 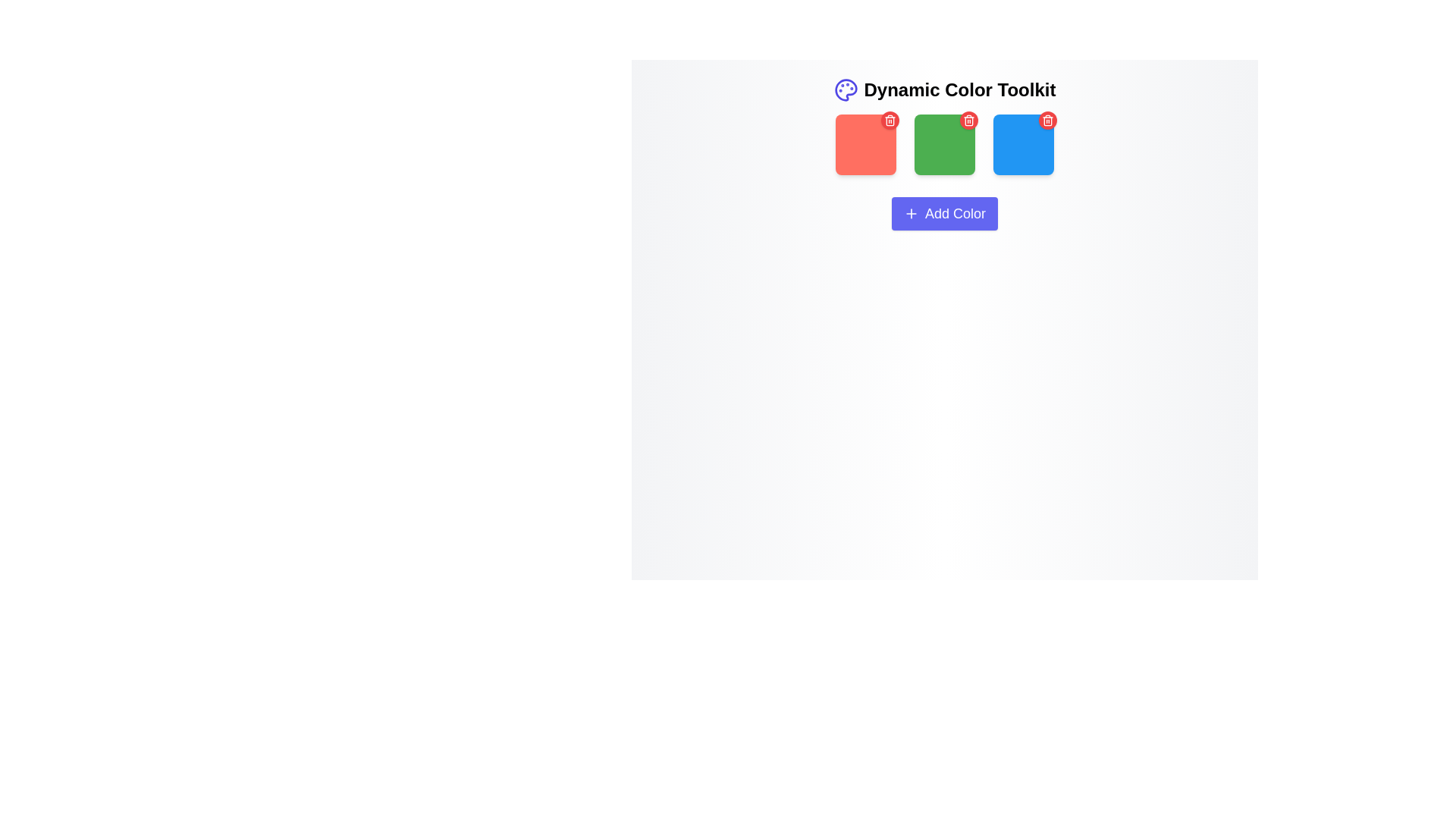 I want to click on the button in the top-right corner of the blue square tile, so click(x=1047, y=119).